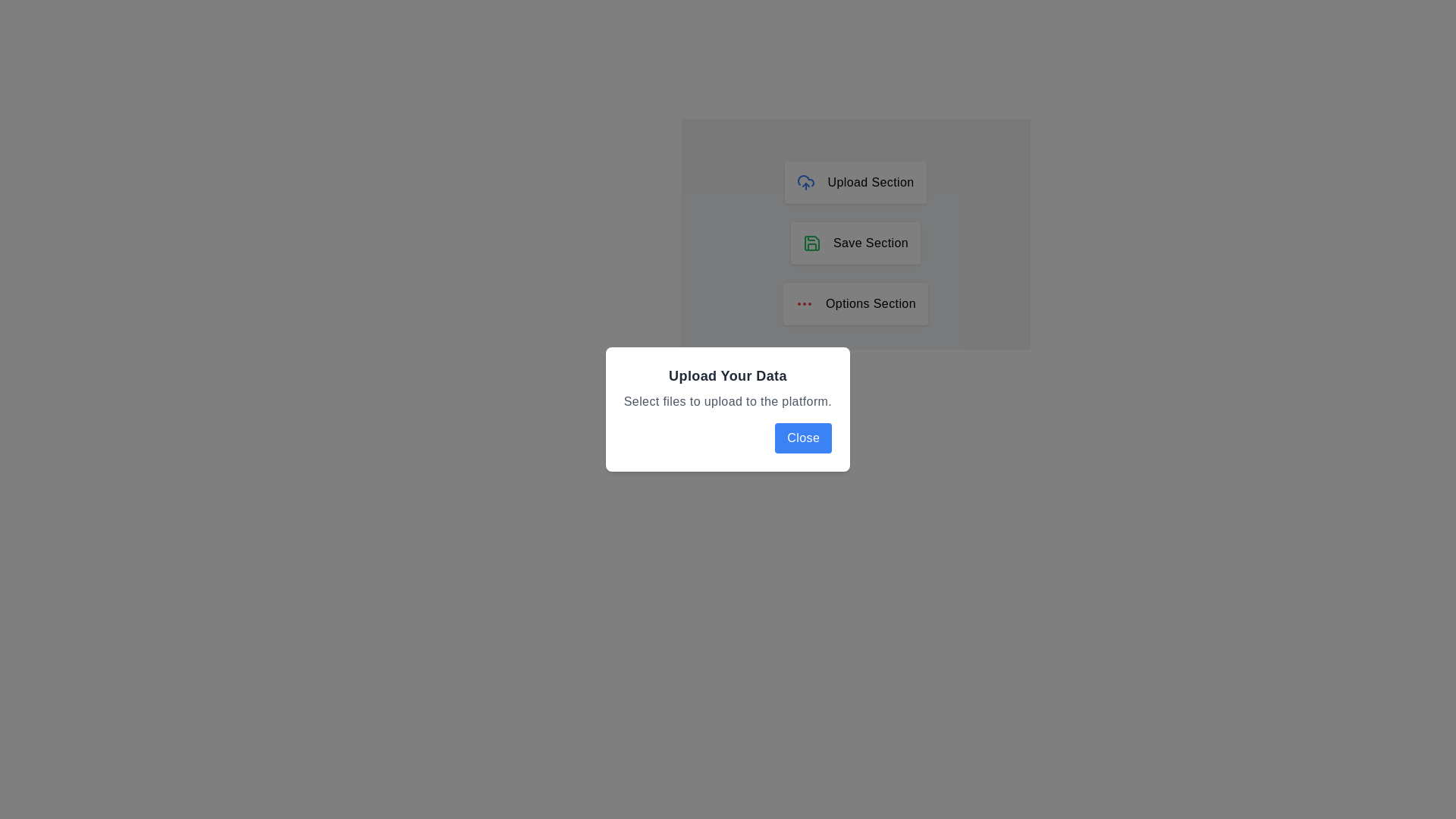 The image size is (1456, 819). Describe the element at coordinates (855, 242) in the screenshot. I see `the second button in the vertically stacked layout` at that location.